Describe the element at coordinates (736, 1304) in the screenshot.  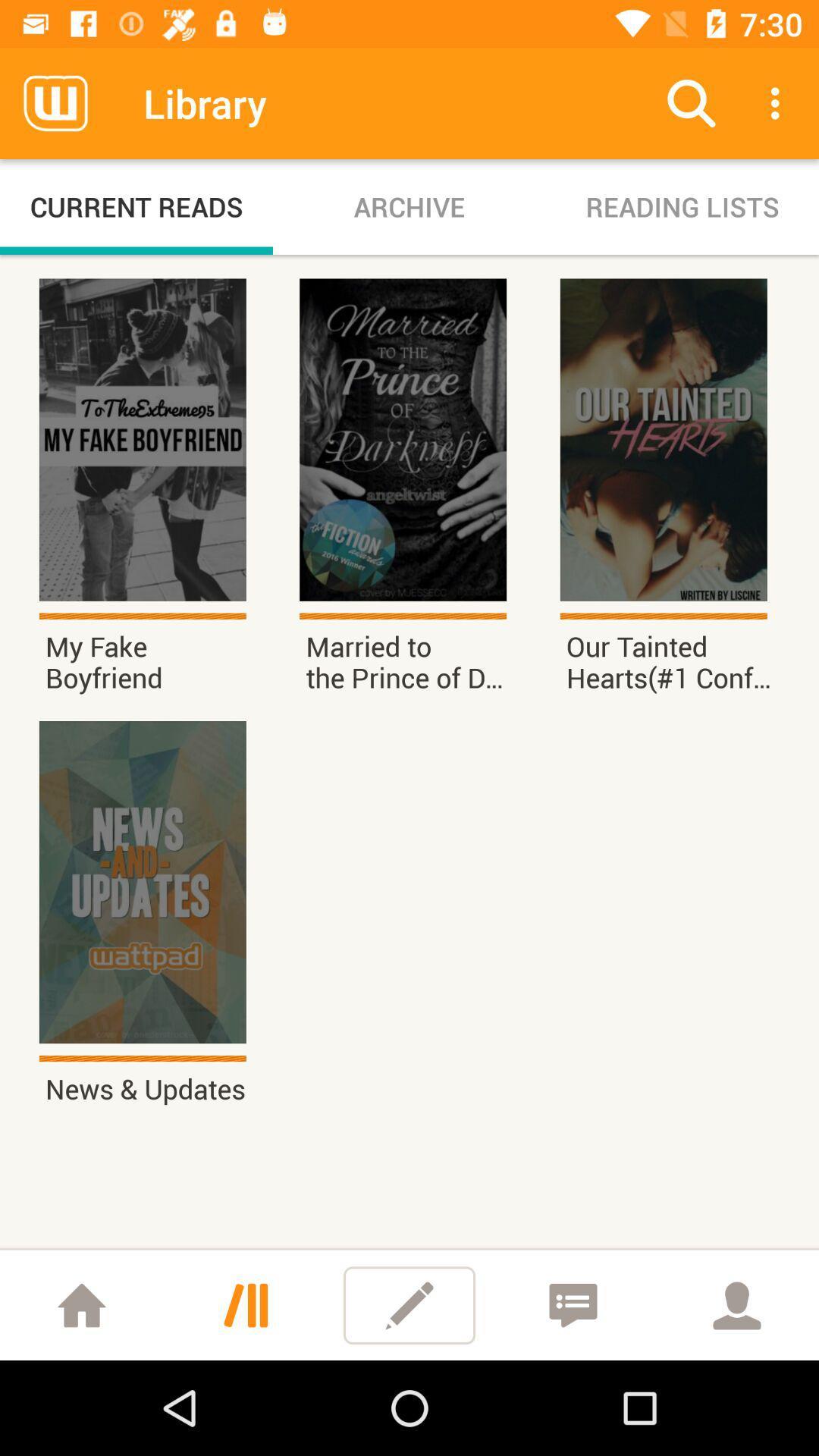
I see `the avatar icon` at that location.